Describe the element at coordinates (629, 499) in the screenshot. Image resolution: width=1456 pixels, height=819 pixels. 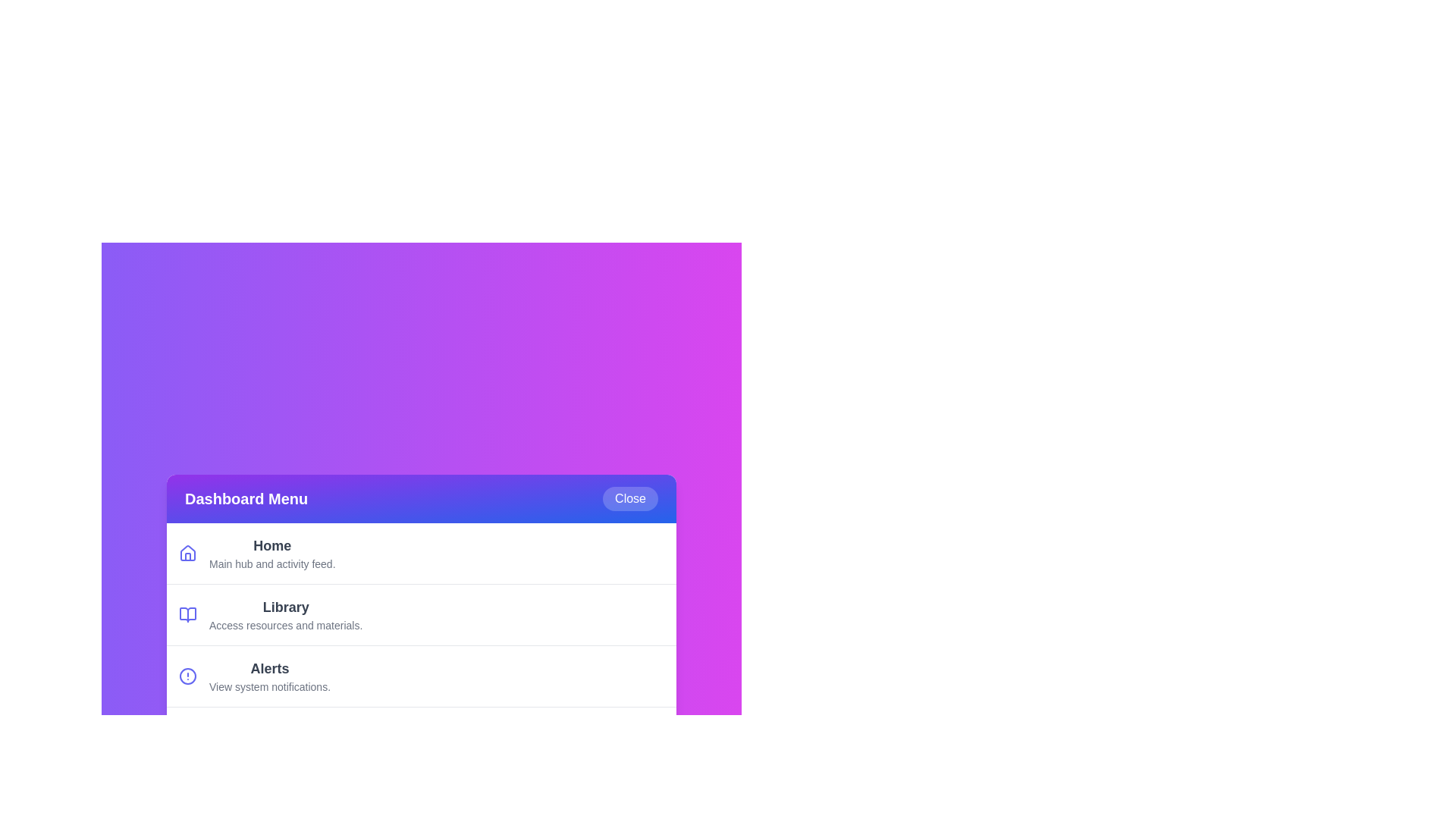
I see `the 'Close' button to toggle the menu visibility` at that location.